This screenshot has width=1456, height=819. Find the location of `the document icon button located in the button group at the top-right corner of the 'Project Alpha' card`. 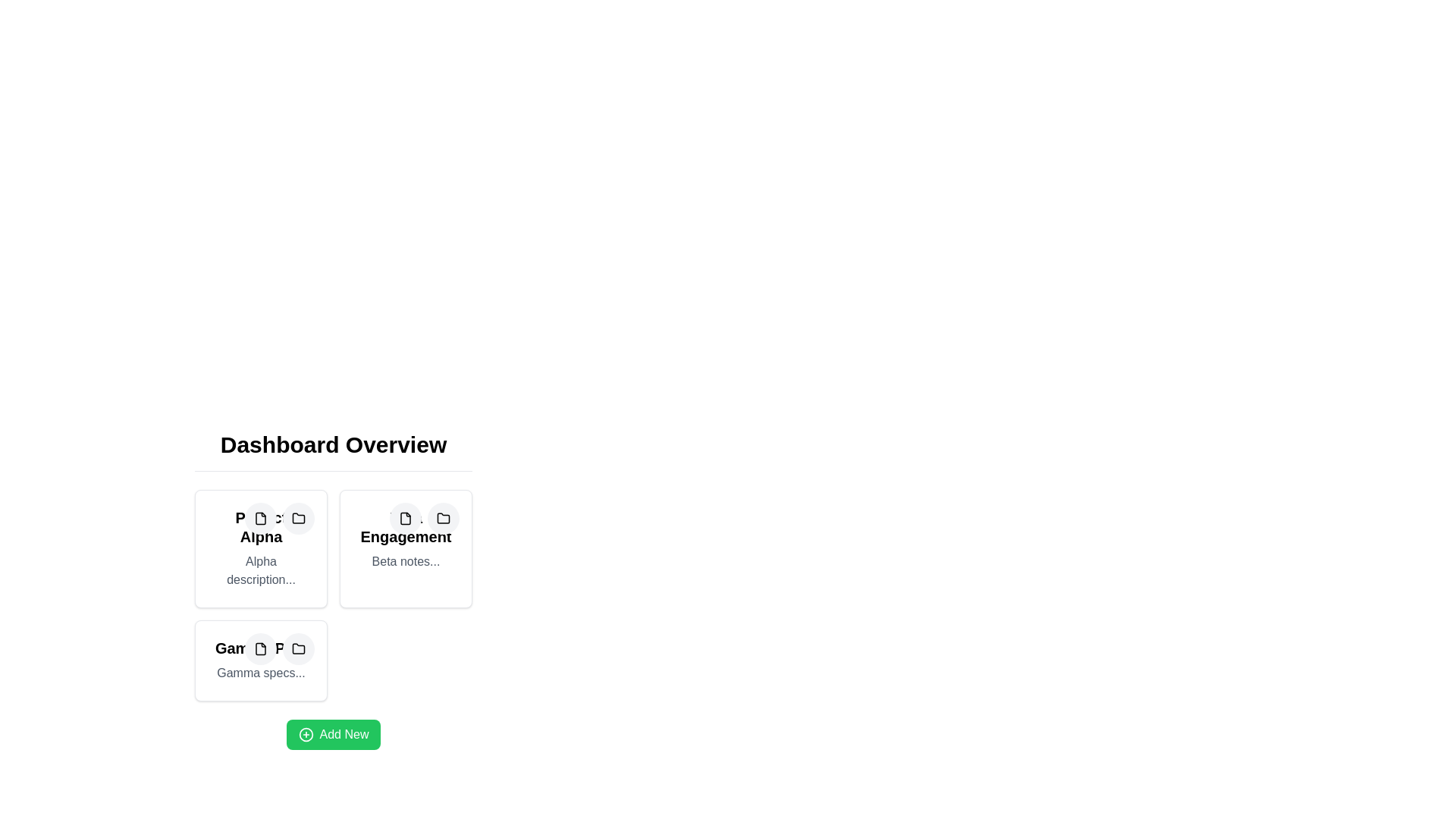

the document icon button located in the button group at the top-right corner of the 'Project Alpha' card is located at coordinates (280, 517).